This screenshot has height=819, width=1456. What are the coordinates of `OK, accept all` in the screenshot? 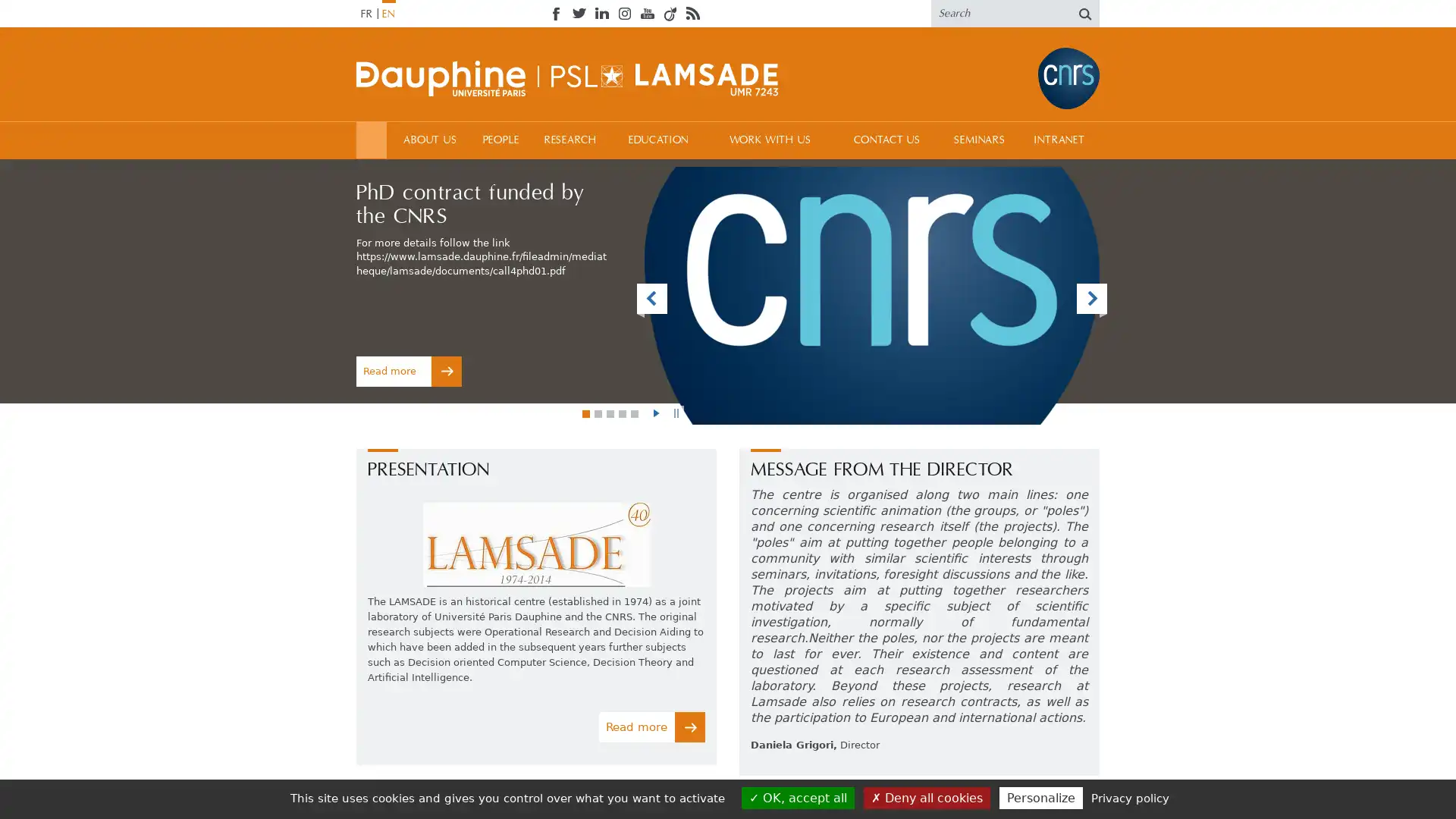 It's located at (796, 797).